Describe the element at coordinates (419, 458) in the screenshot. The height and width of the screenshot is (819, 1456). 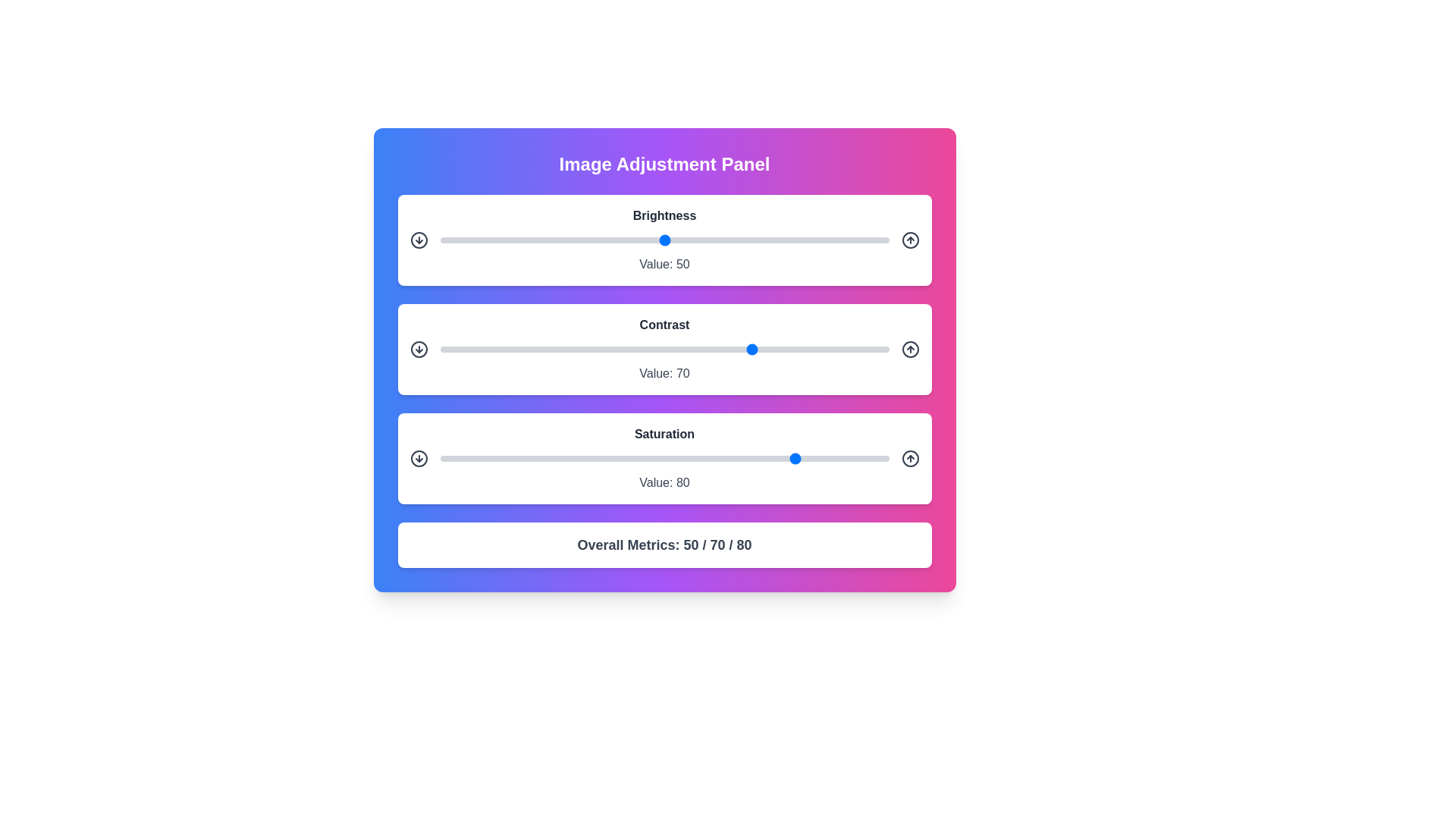
I see `the leftmost icon in the Saturation adjustment panel` at that location.